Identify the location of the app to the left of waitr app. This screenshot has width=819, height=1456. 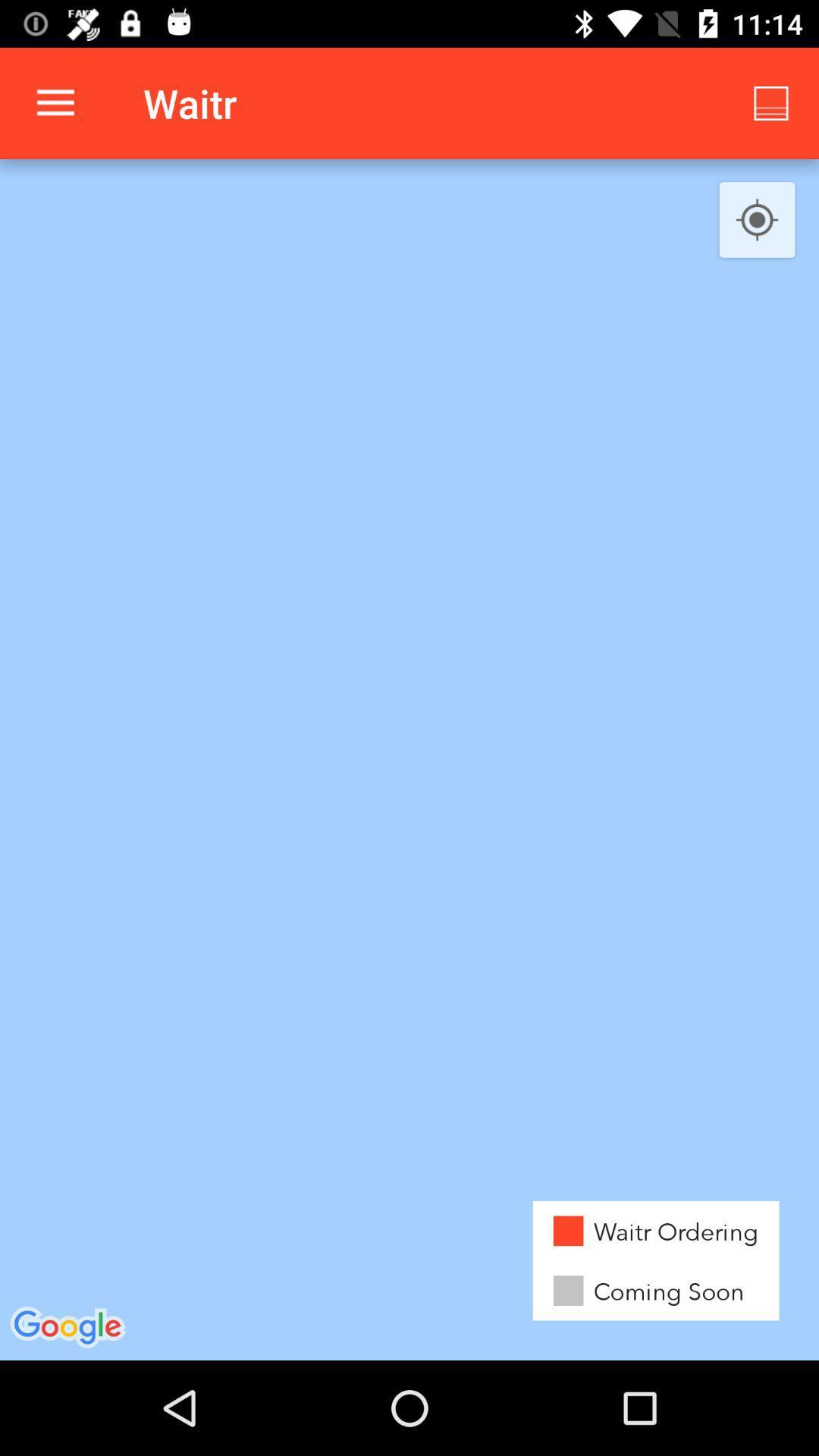
(55, 102).